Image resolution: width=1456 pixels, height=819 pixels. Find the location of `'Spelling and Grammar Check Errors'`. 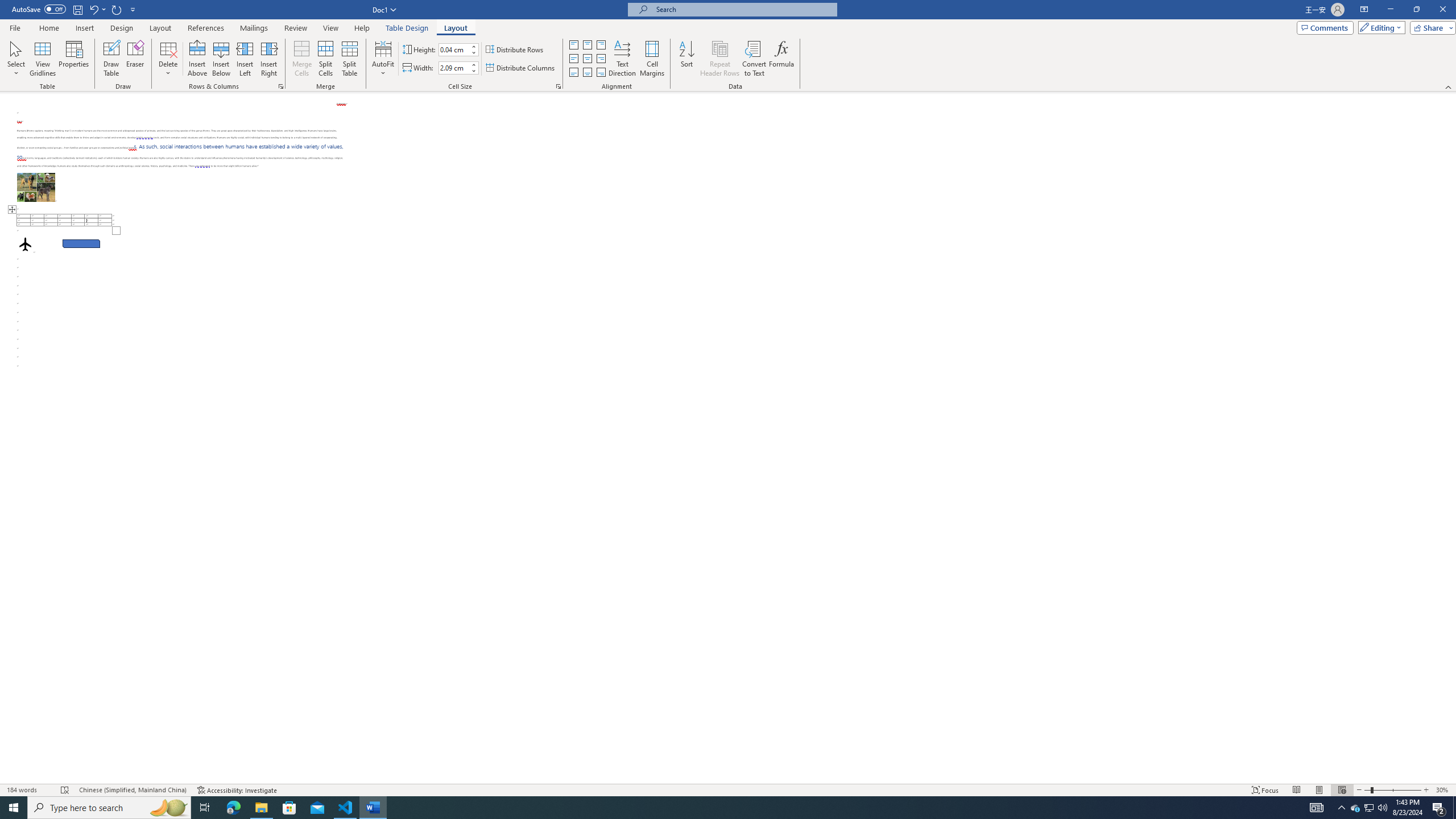

'Spelling and Grammar Check Errors' is located at coordinates (65, 790).